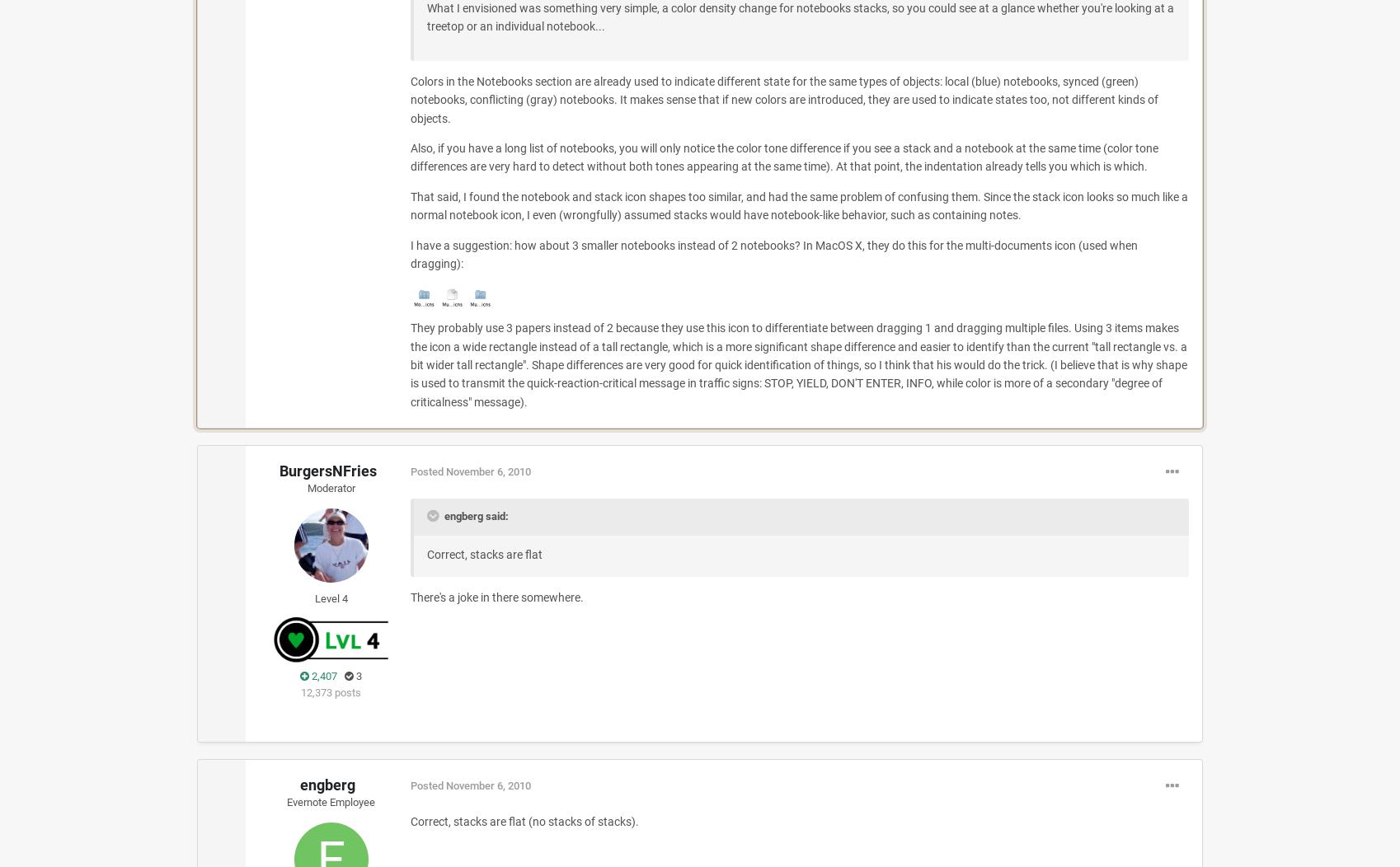 The image size is (1400, 867). I want to click on 'Level 4', so click(331, 598).